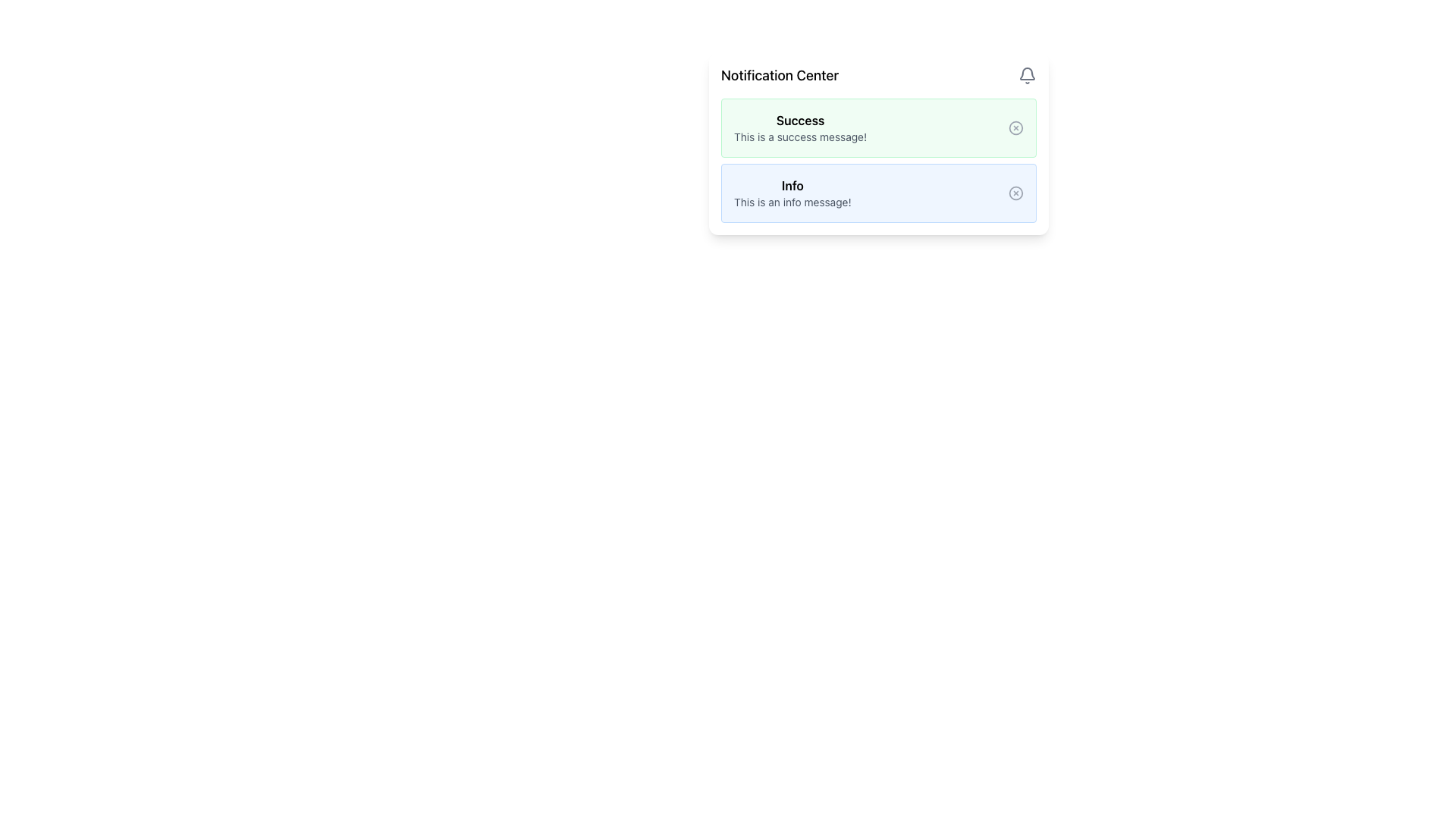  Describe the element at coordinates (1027, 76) in the screenshot. I see `the bell icon located at the far right of the Notification Center header bar, which is styled in gray and serves as a notification symbol` at that location.